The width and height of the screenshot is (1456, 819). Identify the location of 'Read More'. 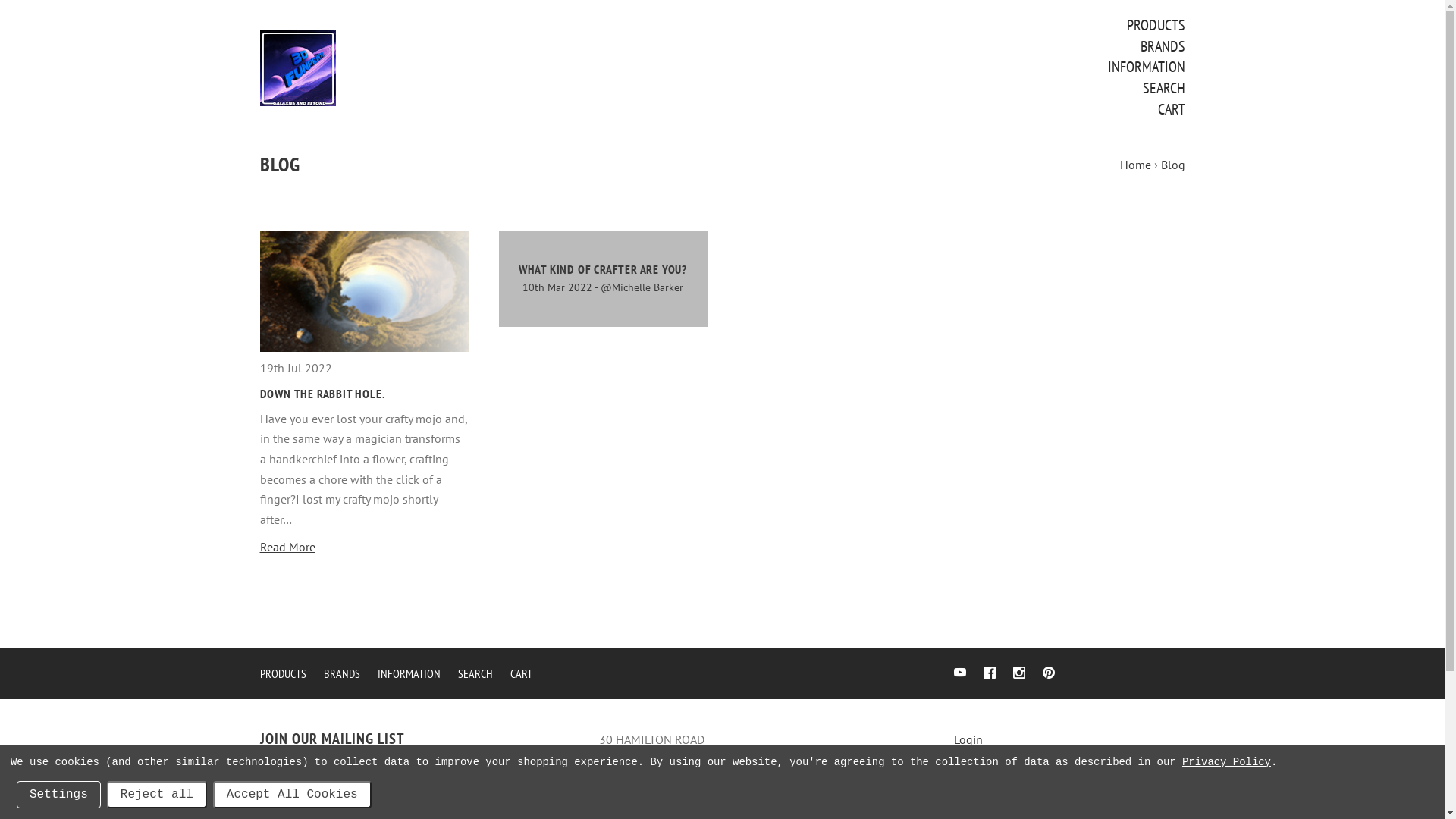
(287, 547).